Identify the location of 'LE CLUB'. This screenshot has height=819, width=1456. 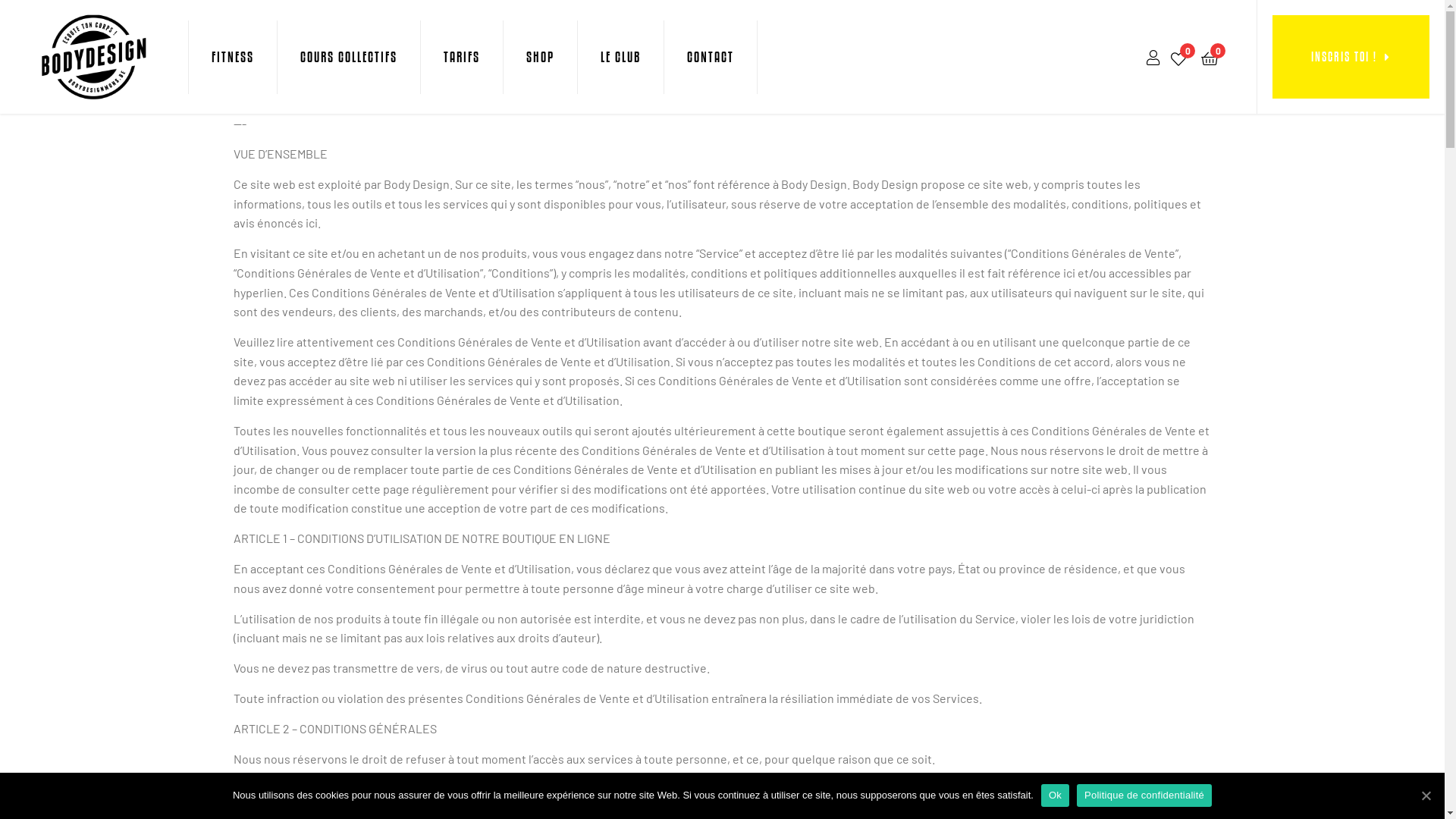
(620, 56).